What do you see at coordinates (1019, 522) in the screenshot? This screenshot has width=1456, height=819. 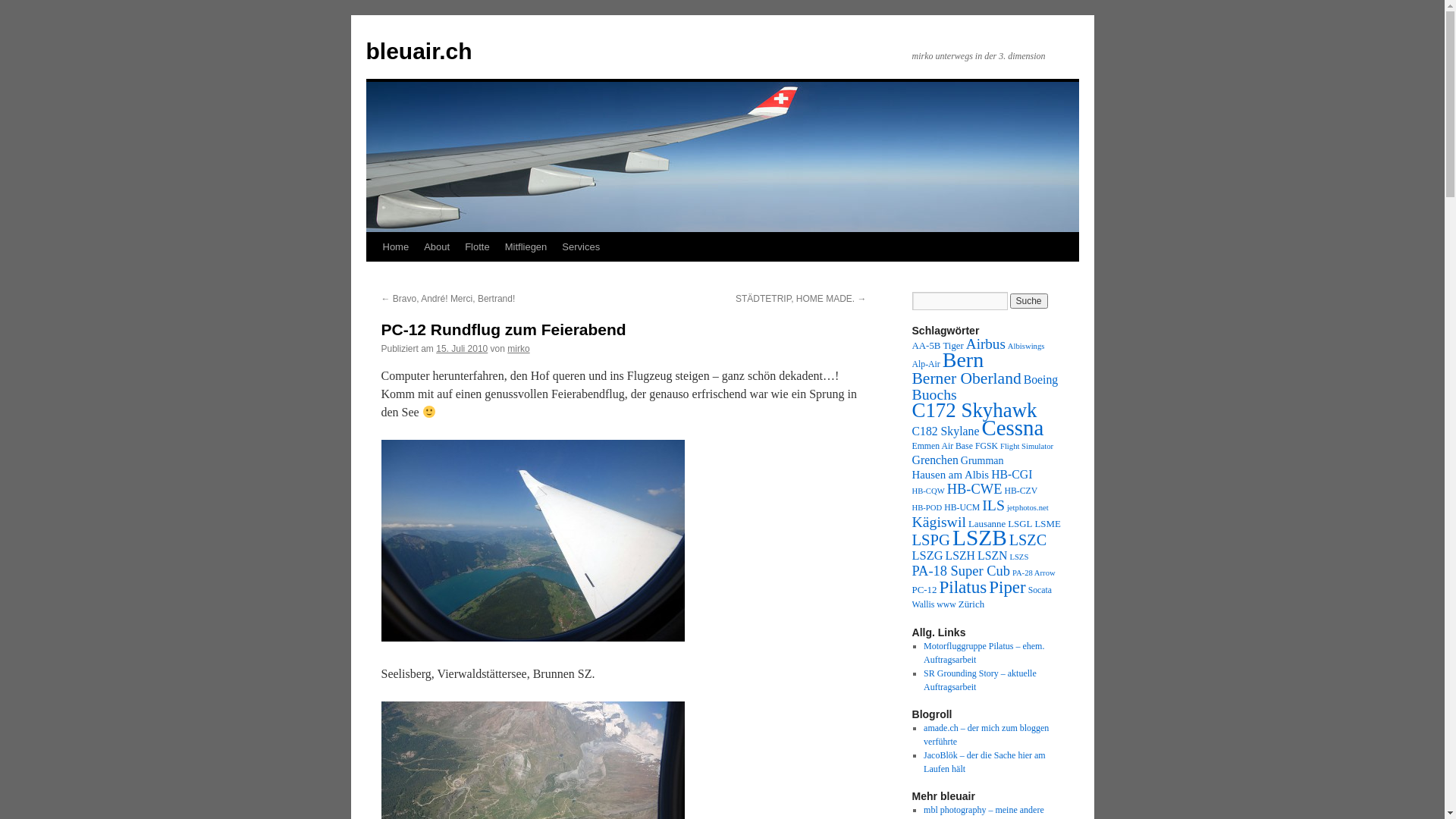 I see `'LSGL'` at bounding box center [1019, 522].